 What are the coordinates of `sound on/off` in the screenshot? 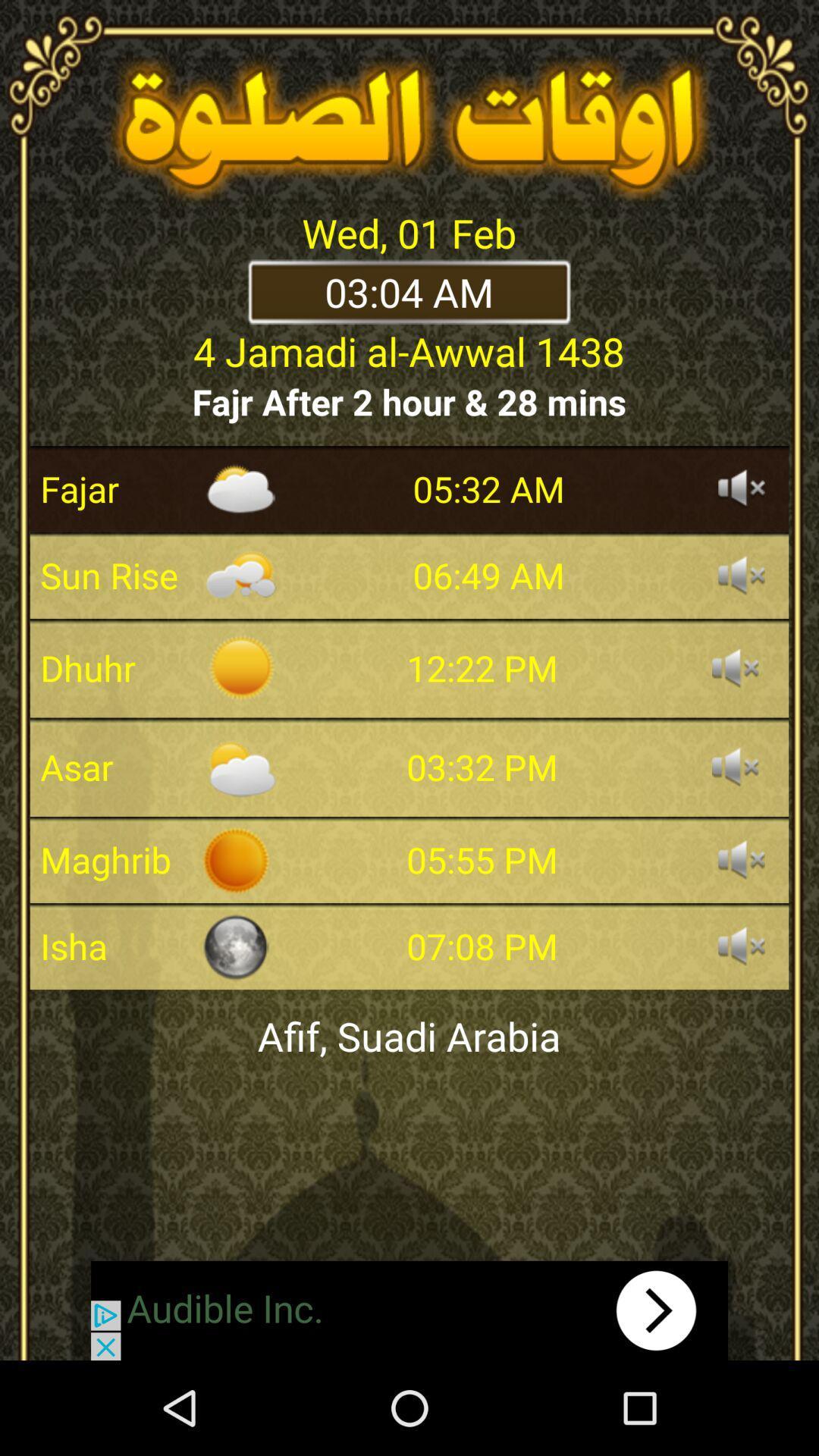 It's located at (734, 767).